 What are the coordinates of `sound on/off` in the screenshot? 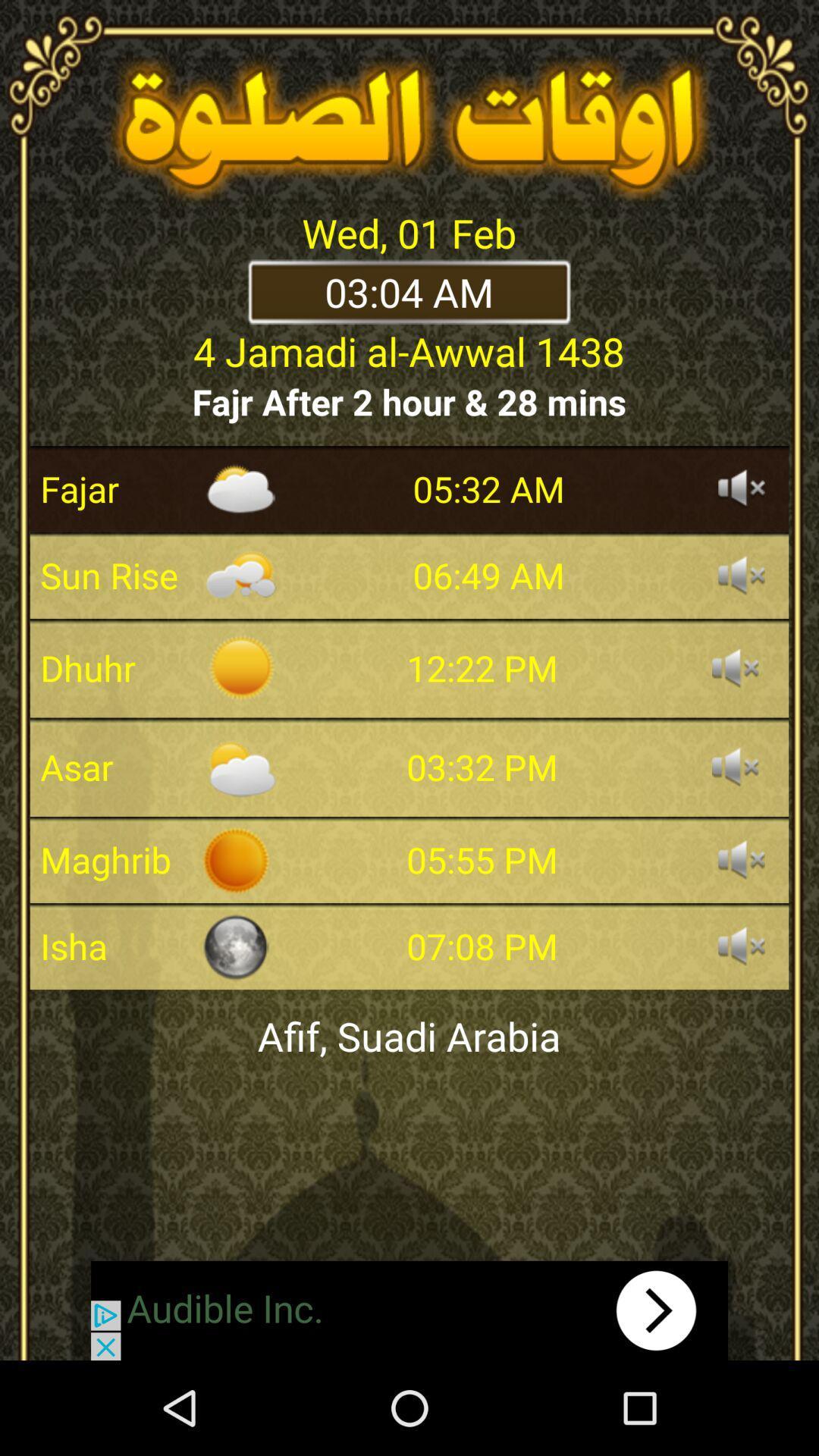 It's located at (734, 767).